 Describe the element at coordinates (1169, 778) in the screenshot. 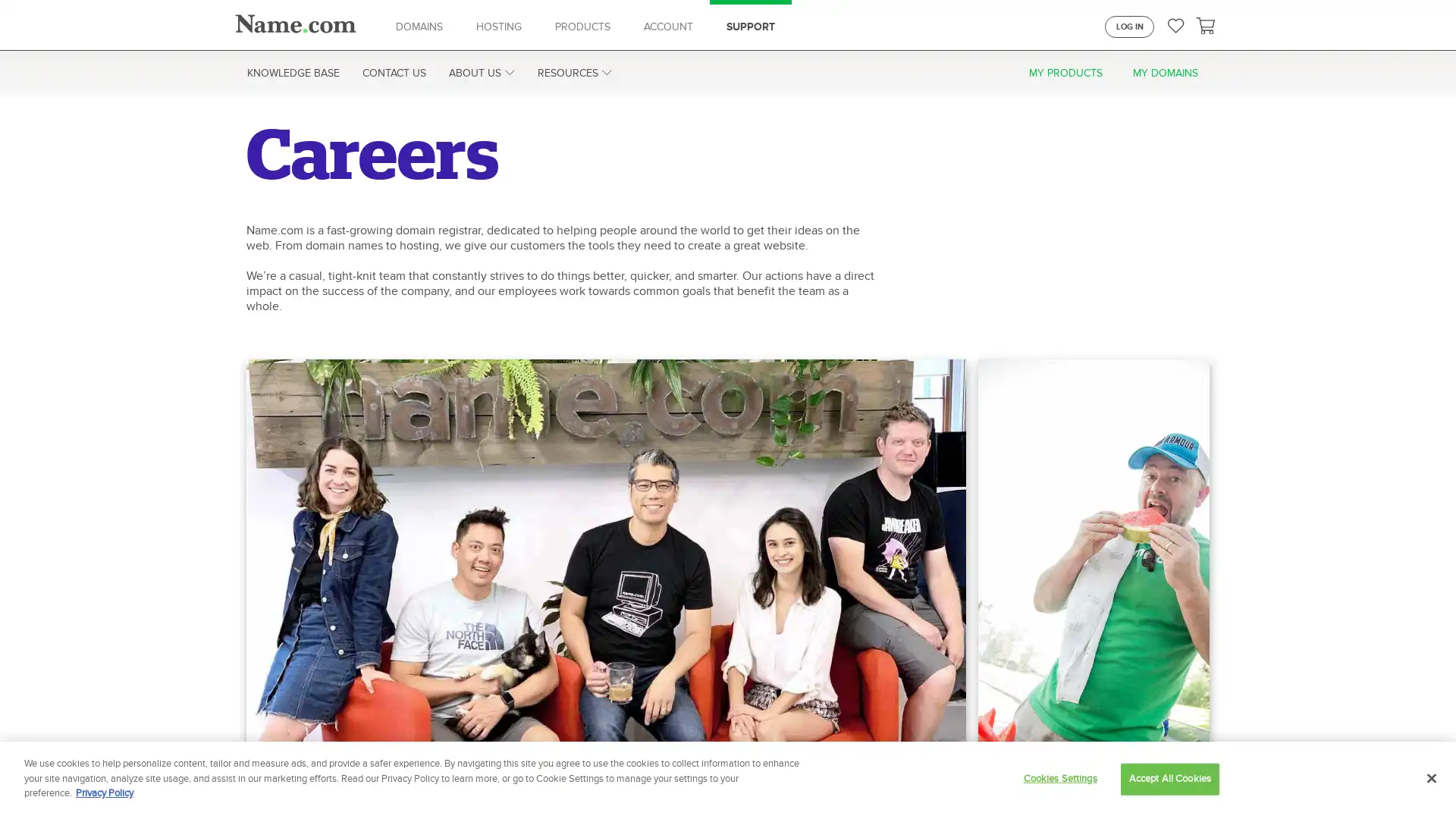

I see `Accept All Cookies` at that location.